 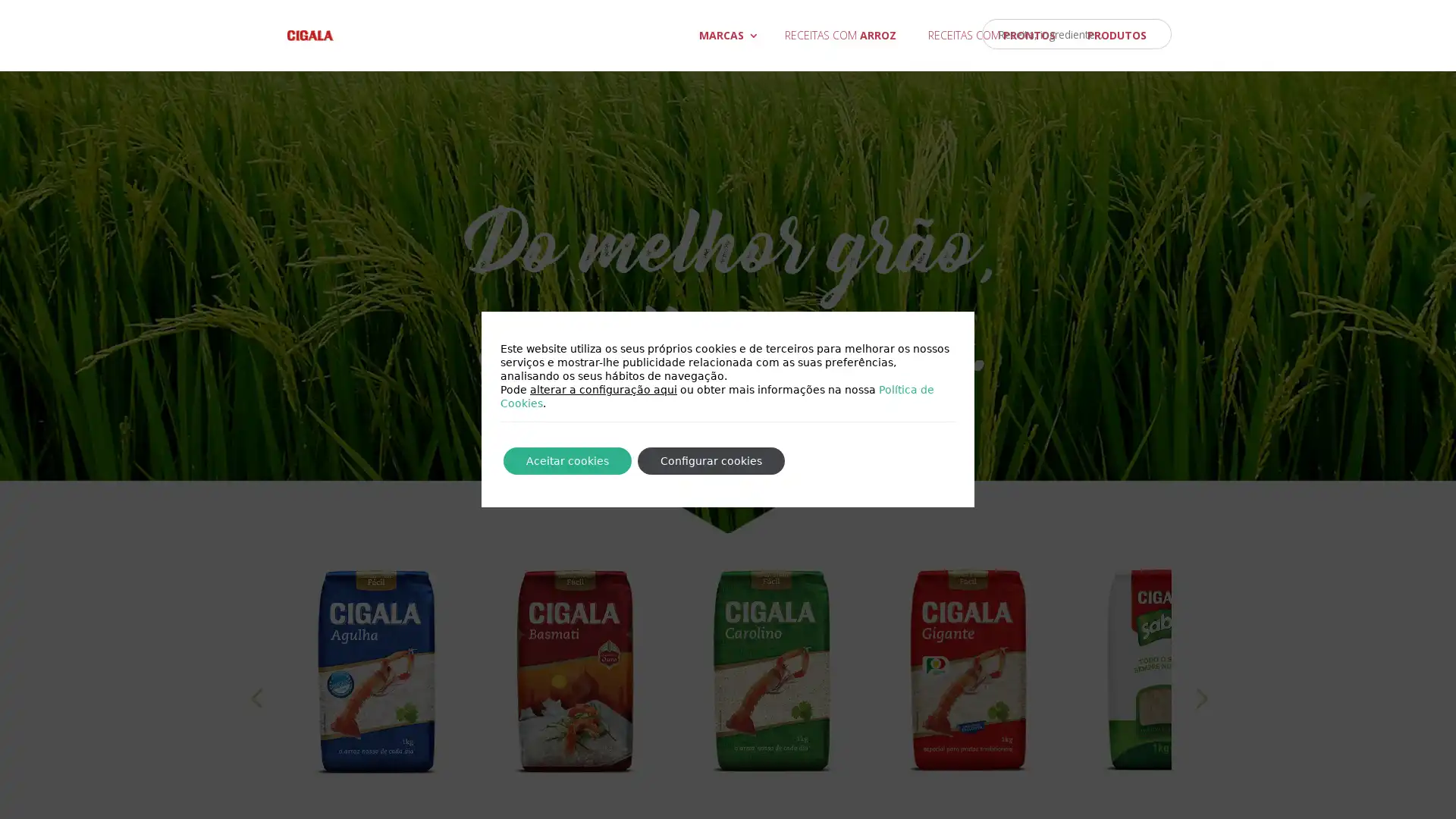 I want to click on Aceitar cookies, so click(x=566, y=460).